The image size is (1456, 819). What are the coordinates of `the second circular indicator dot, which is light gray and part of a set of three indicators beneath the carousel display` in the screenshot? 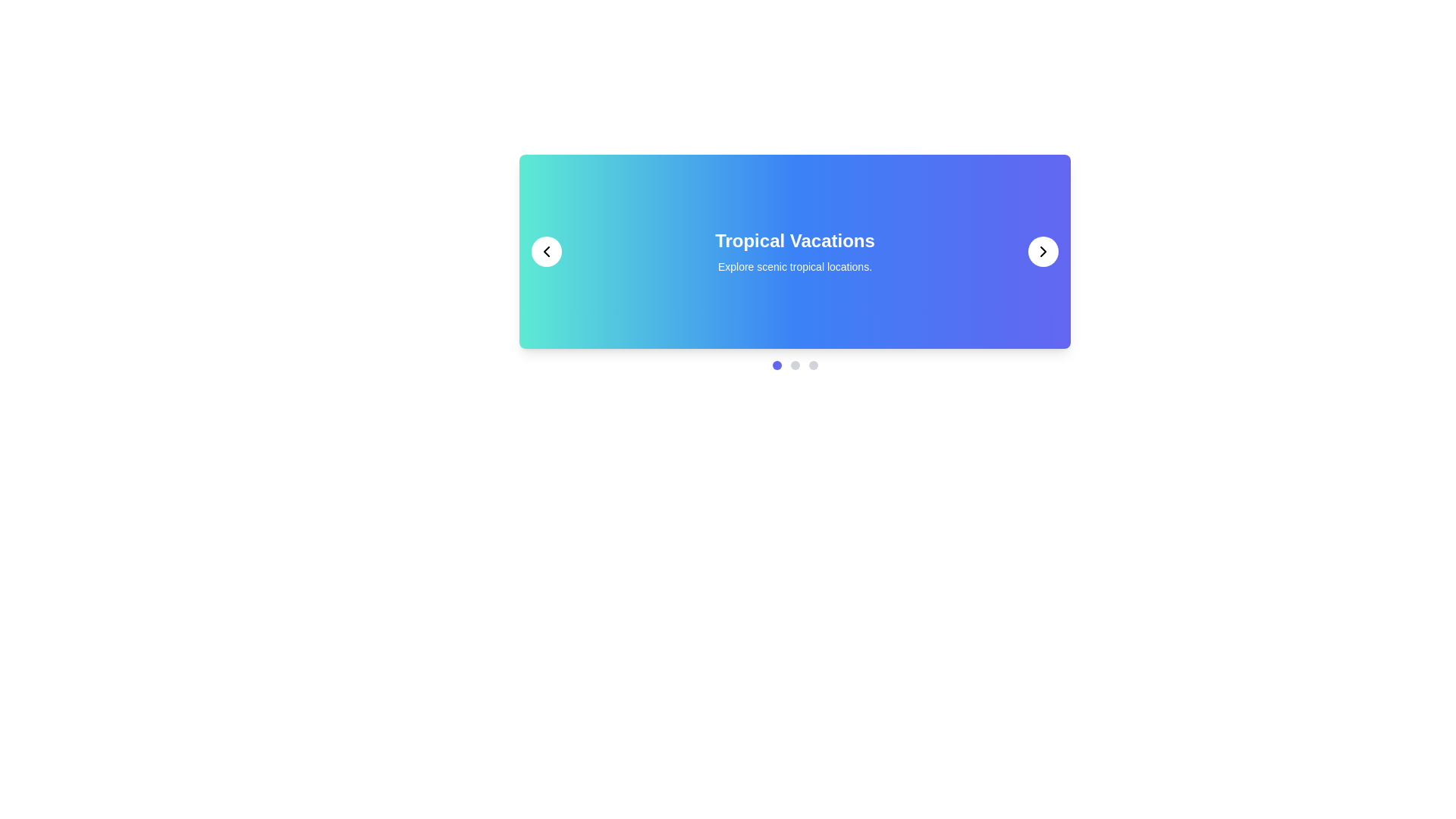 It's located at (794, 366).